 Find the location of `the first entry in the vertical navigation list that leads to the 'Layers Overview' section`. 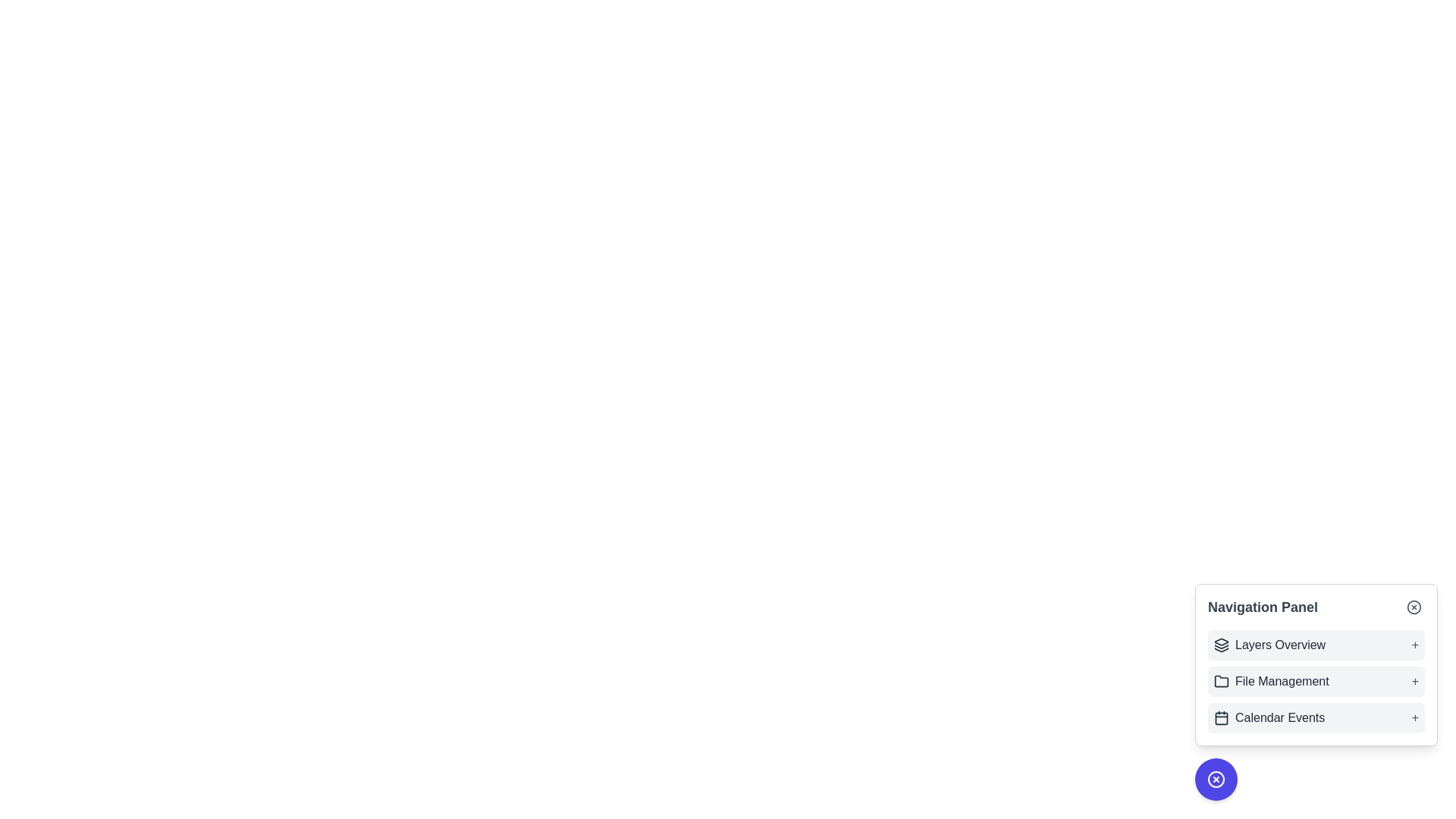

the first entry in the vertical navigation list that leads to the 'Layers Overview' section is located at coordinates (1316, 645).